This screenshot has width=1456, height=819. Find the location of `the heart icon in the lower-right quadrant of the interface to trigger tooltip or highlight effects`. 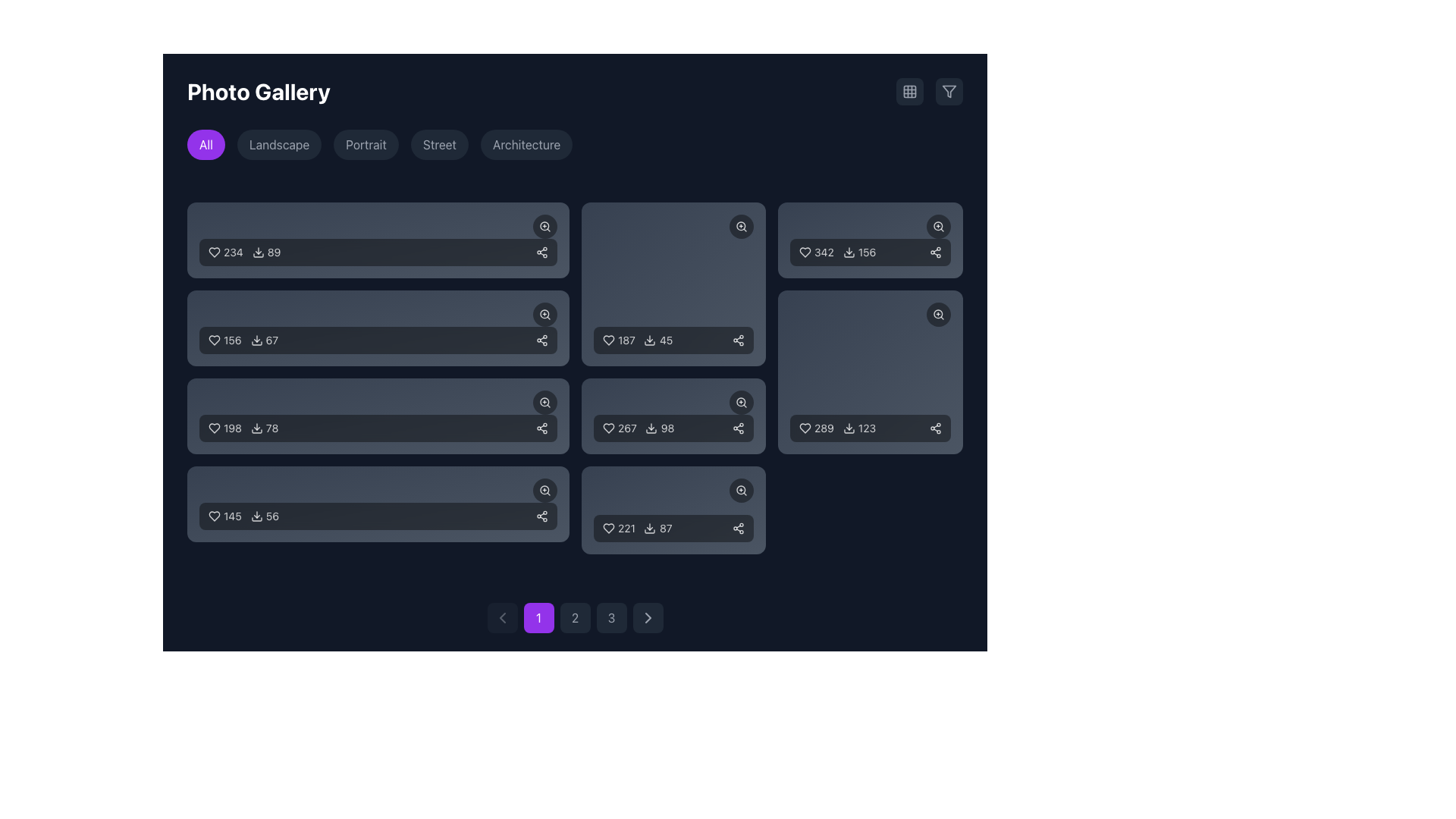

the heart icon in the lower-right quadrant of the interface to trigger tooltip or highlight effects is located at coordinates (608, 428).